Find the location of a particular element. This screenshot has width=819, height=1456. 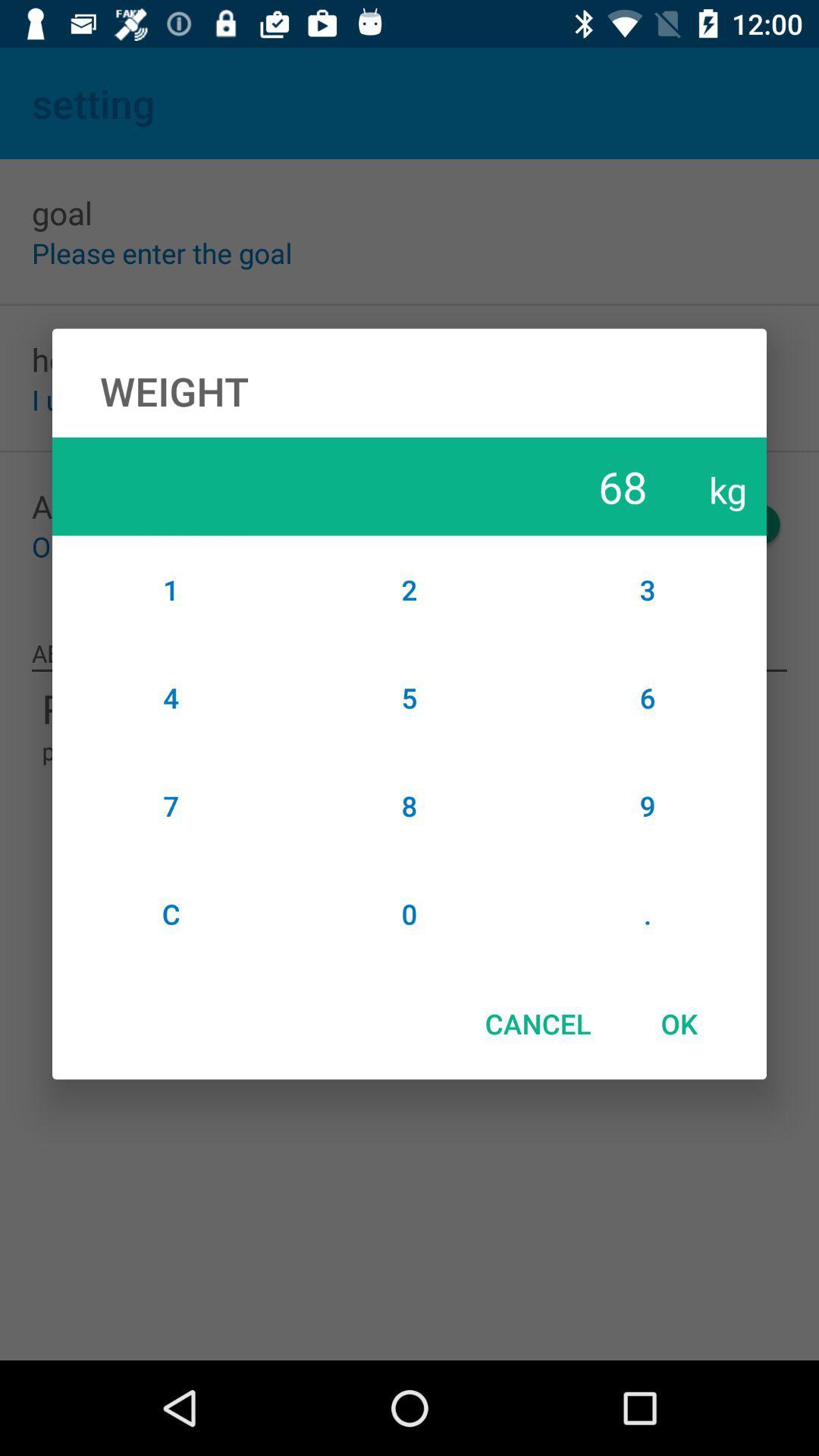

the item to the right of the 5 is located at coordinates (648, 805).